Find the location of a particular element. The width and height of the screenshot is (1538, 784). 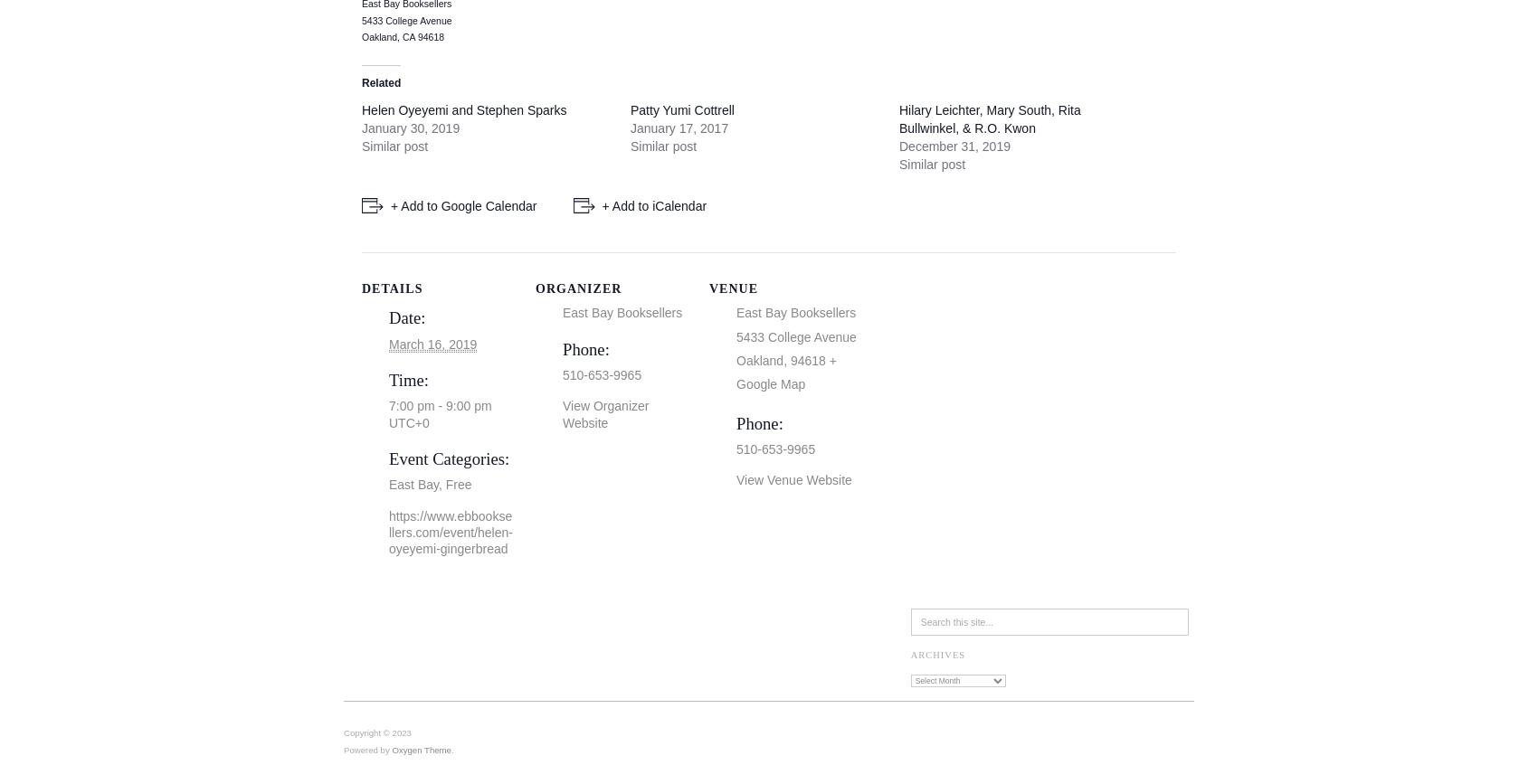

'Free' is located at coordinates (458, 483).